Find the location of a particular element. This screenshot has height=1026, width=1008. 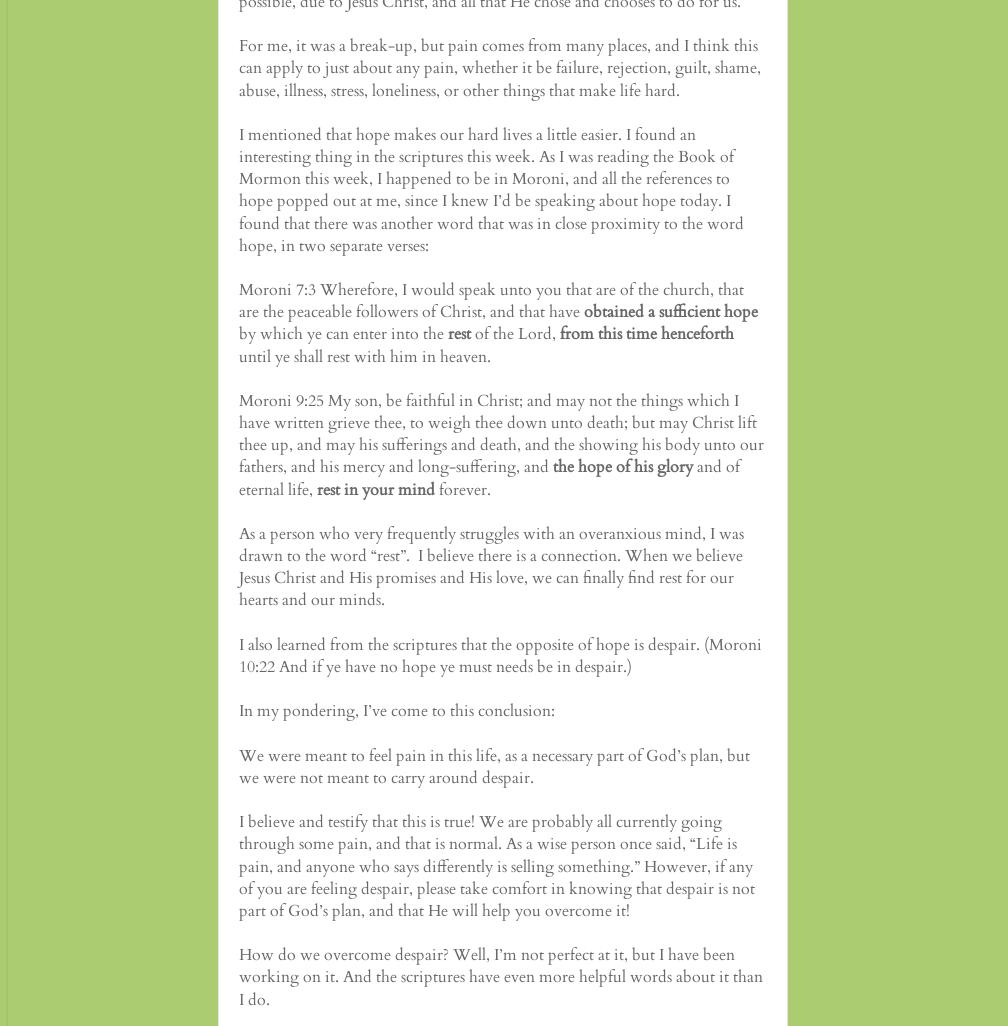

'from this time henceforth' is located at coordinates (647, 333).